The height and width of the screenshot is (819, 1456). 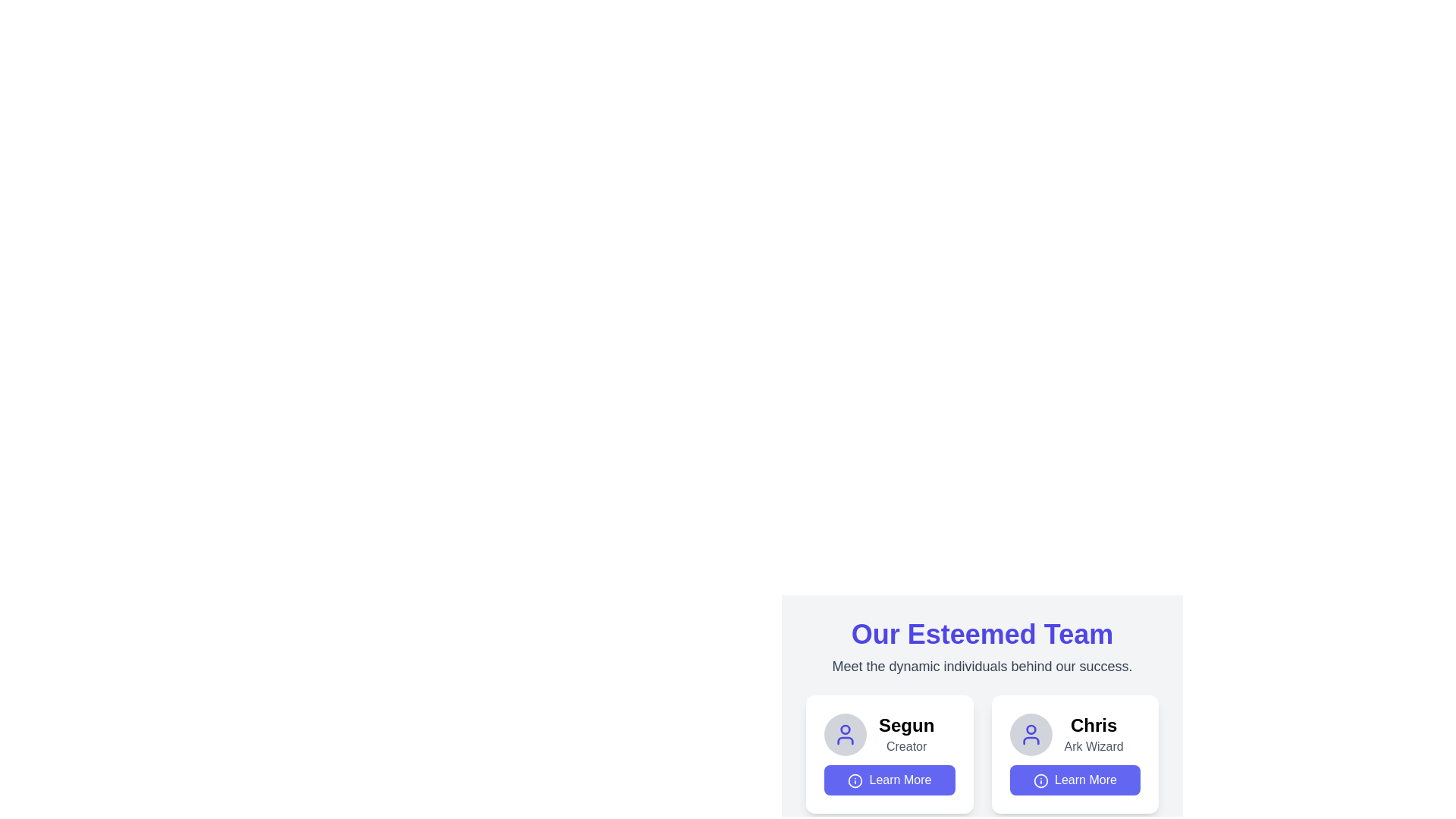 I want to click on the text display area featuring the name 'Segun' and the word 'Creator', located in the center-right of the presentation card within the 'Our Esteemed Team' section, so click(x=906, y=733).